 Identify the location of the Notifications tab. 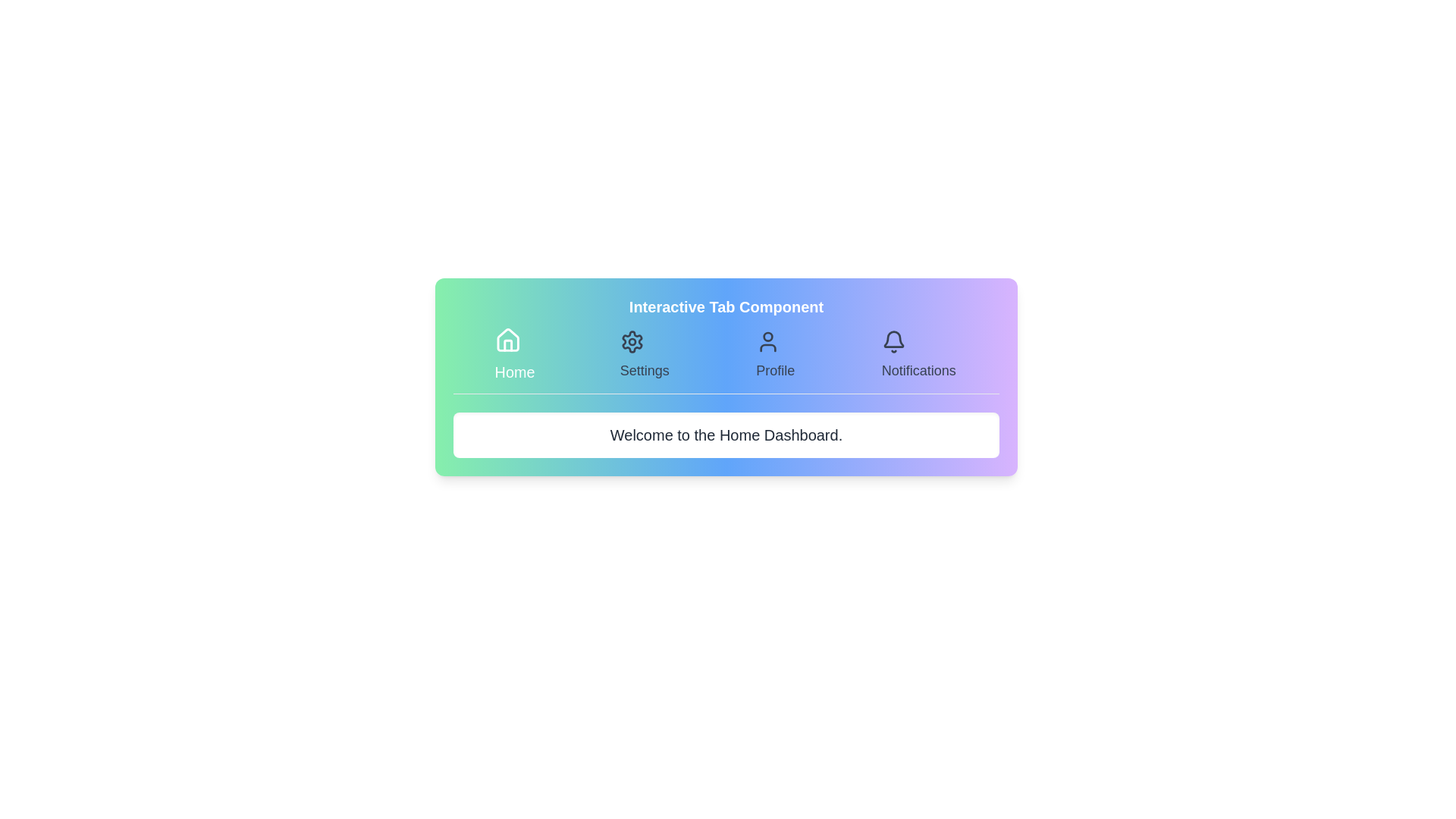
(918, 356).